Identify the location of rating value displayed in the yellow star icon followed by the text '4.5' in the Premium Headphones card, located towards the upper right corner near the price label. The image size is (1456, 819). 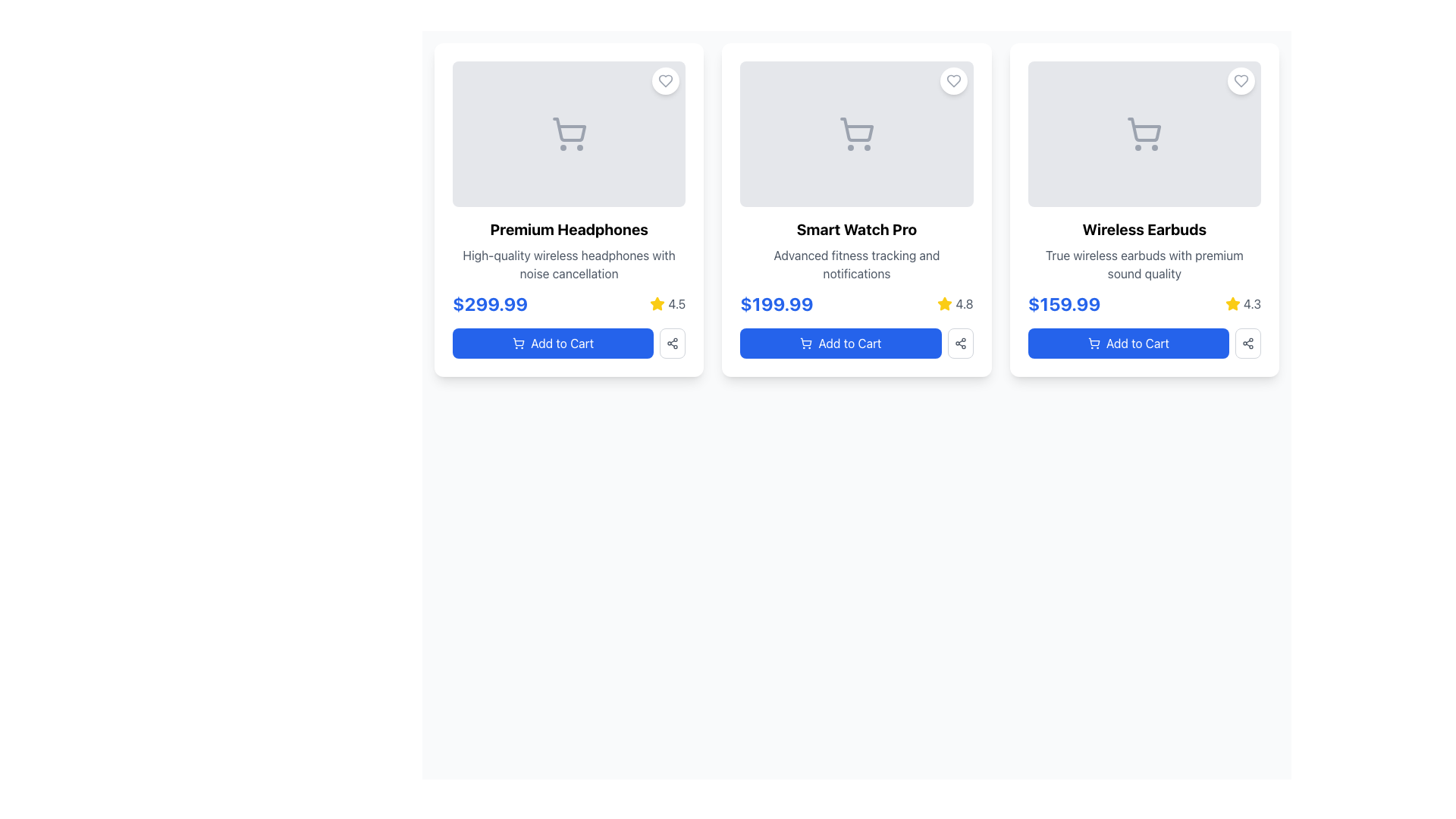
(667, 304).